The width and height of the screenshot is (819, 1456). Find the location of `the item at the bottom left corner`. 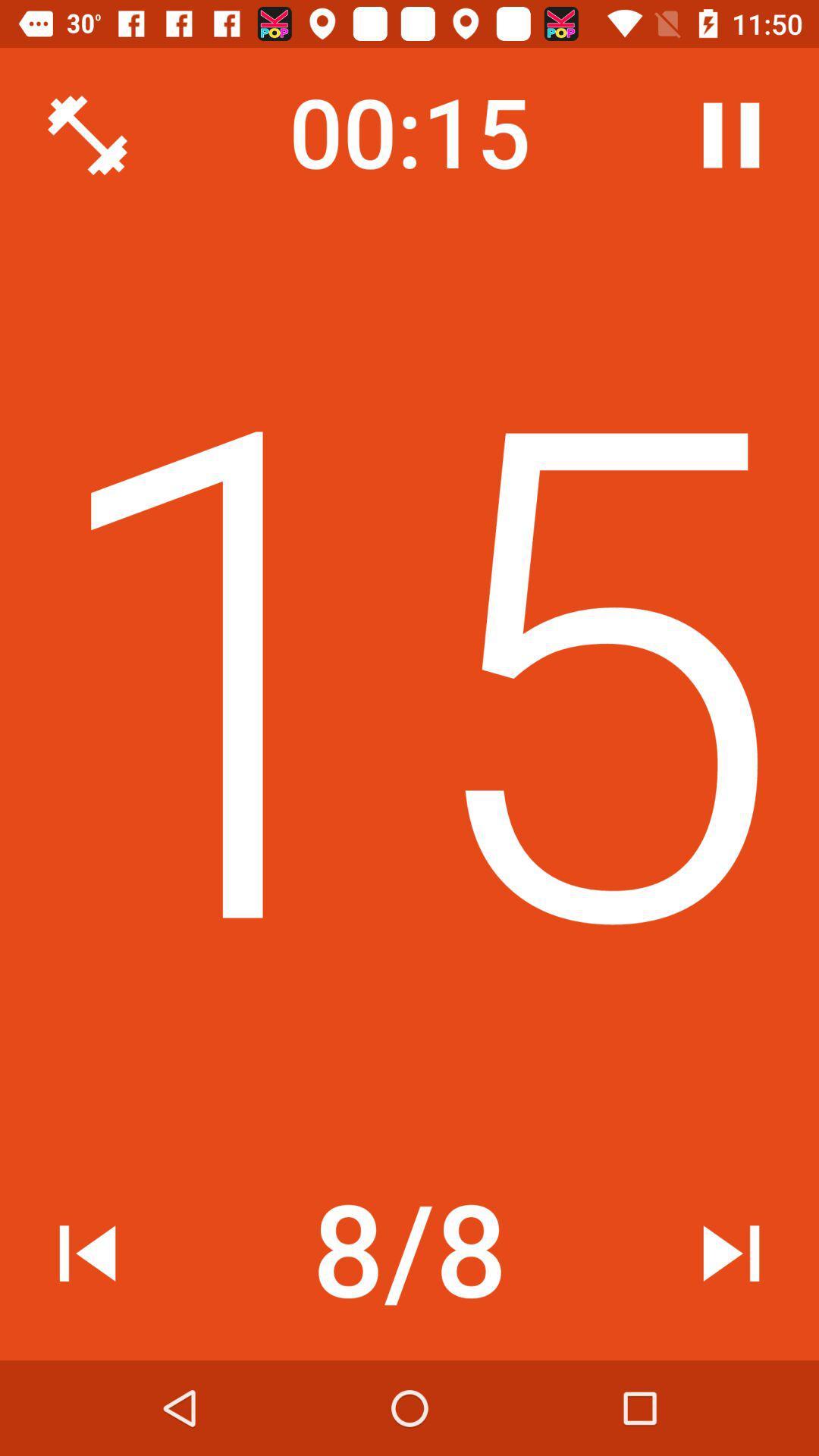

the item at the bottom left corner is located at coordinates (87, 1253).